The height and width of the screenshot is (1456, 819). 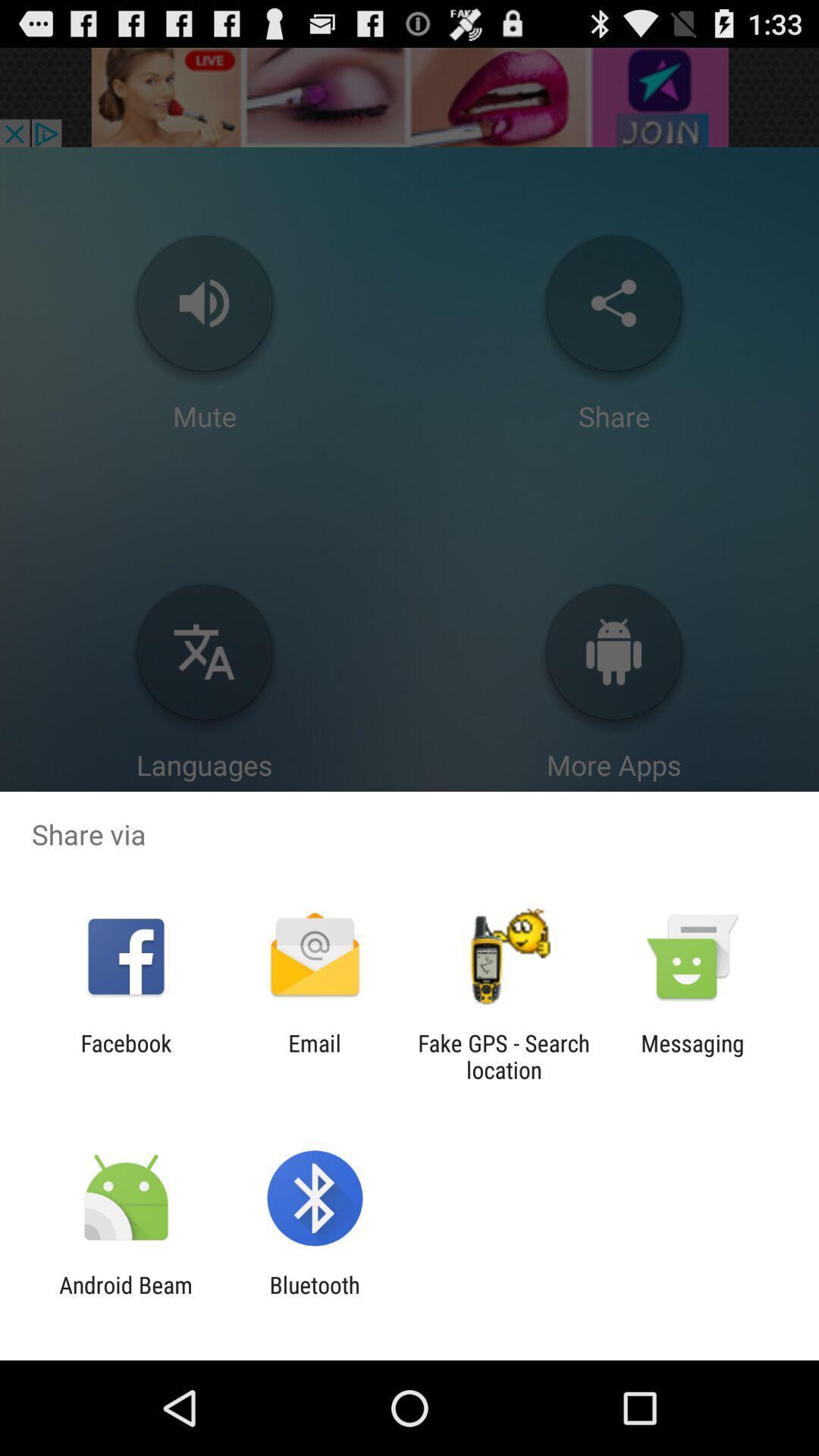 What do you see at coordinates (125, 1298) in the screenshot?
I see `the item next to bluetooth app` at bounding box center [125, 1298].